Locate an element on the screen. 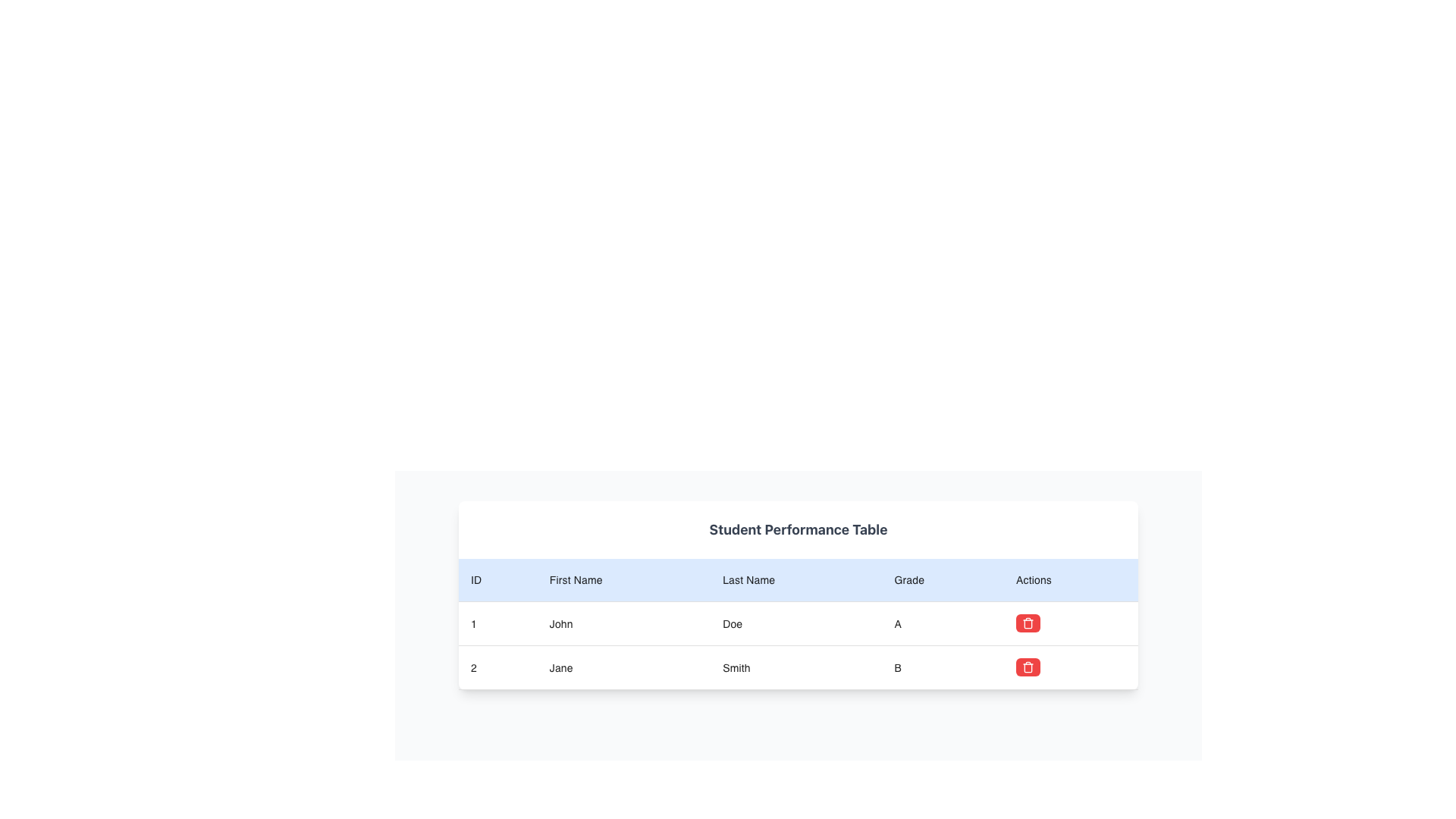 Image resolution: width=1456 pixels, height=819 pixels. the fifth cell in the 'Actions' column of the table, which serves as a placeholder or spacing component, located at the rightmost edge of the row is located at coordinates (1070, 623).